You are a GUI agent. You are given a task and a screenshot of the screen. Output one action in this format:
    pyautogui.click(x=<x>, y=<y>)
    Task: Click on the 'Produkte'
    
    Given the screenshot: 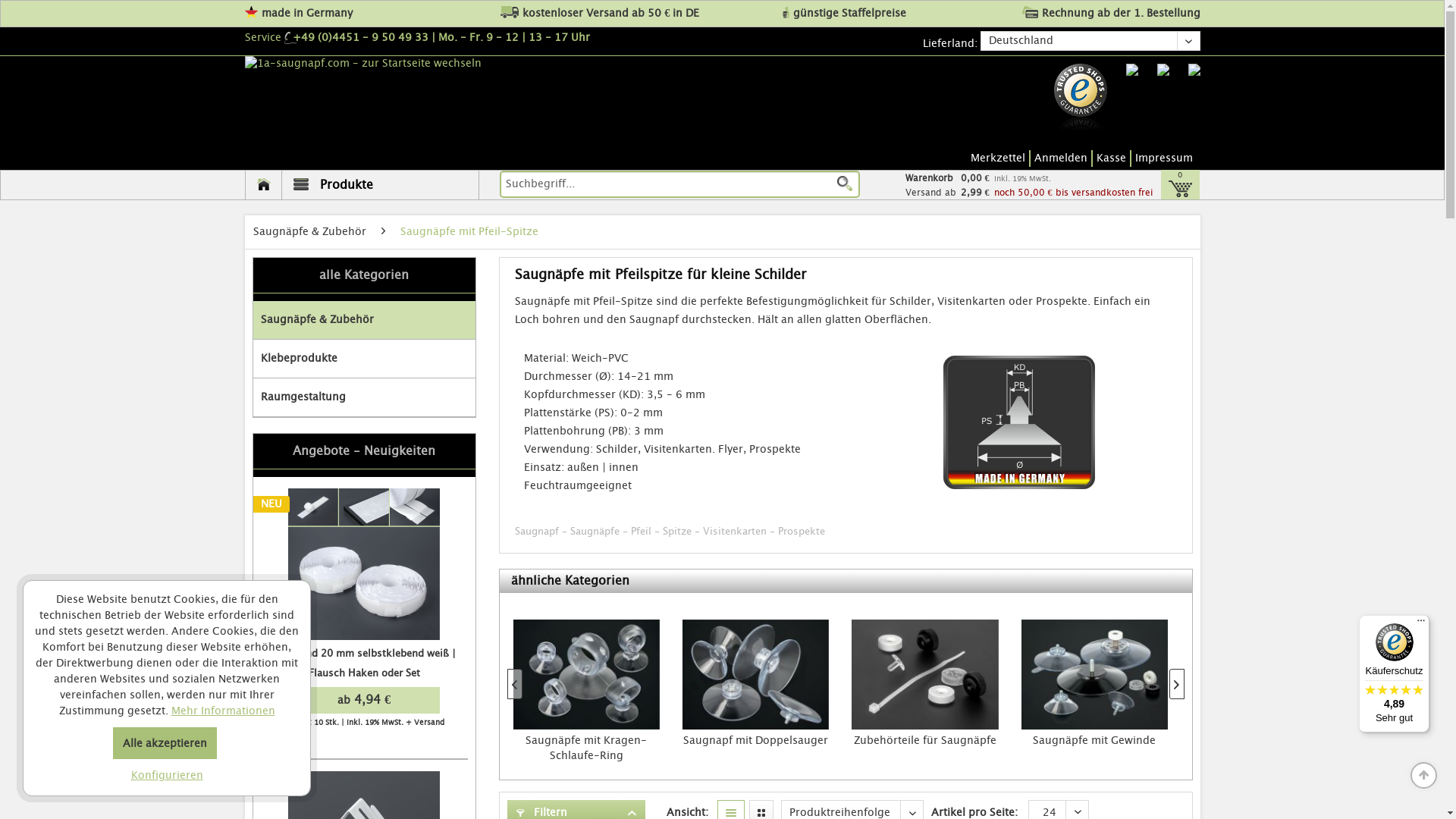 What is the action you would take?
    pyautogui.click(x=282, y=184)
    